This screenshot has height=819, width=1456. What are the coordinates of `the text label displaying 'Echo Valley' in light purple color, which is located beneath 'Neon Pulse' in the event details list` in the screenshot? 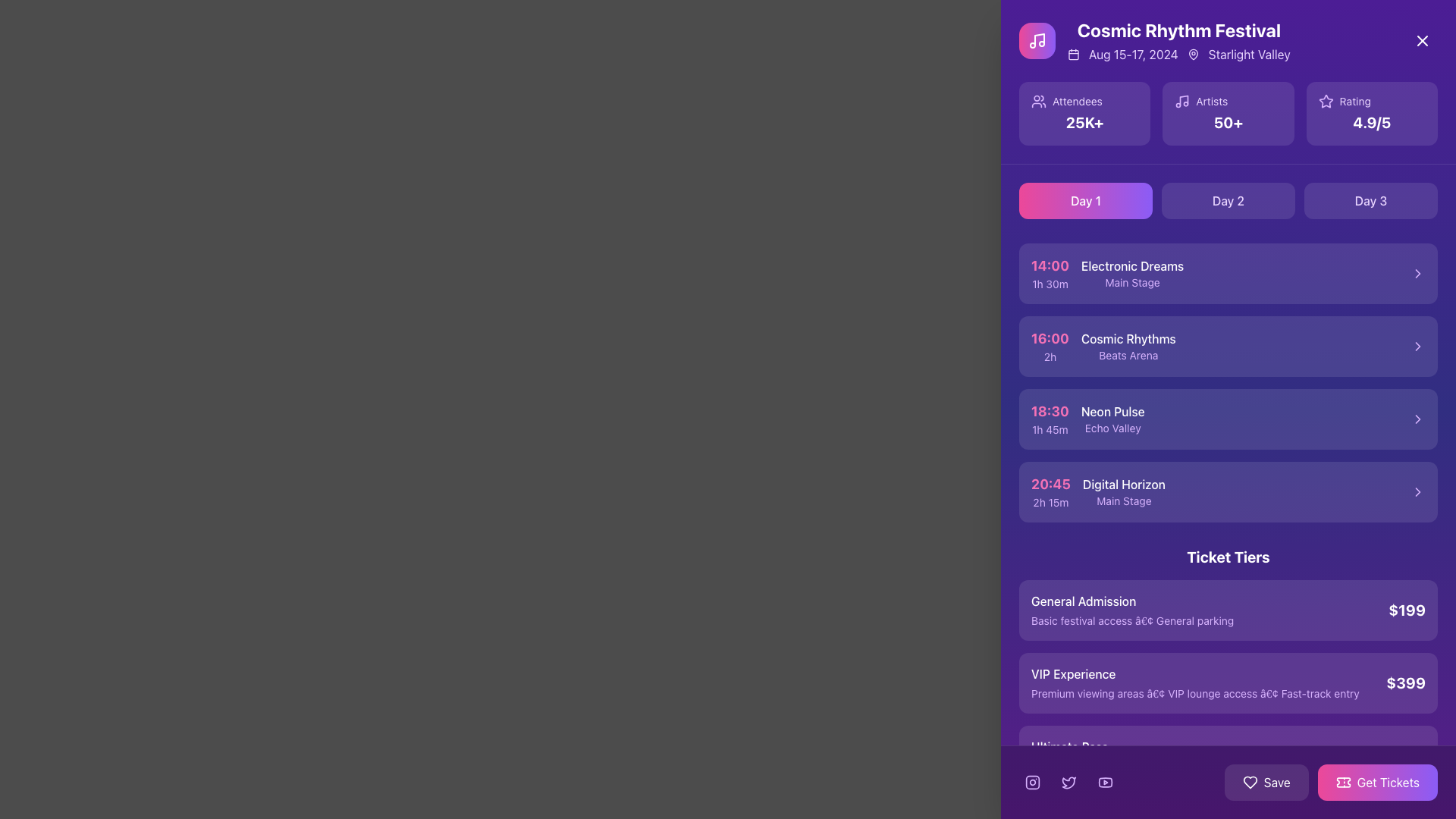 It's located at (1112, 428).